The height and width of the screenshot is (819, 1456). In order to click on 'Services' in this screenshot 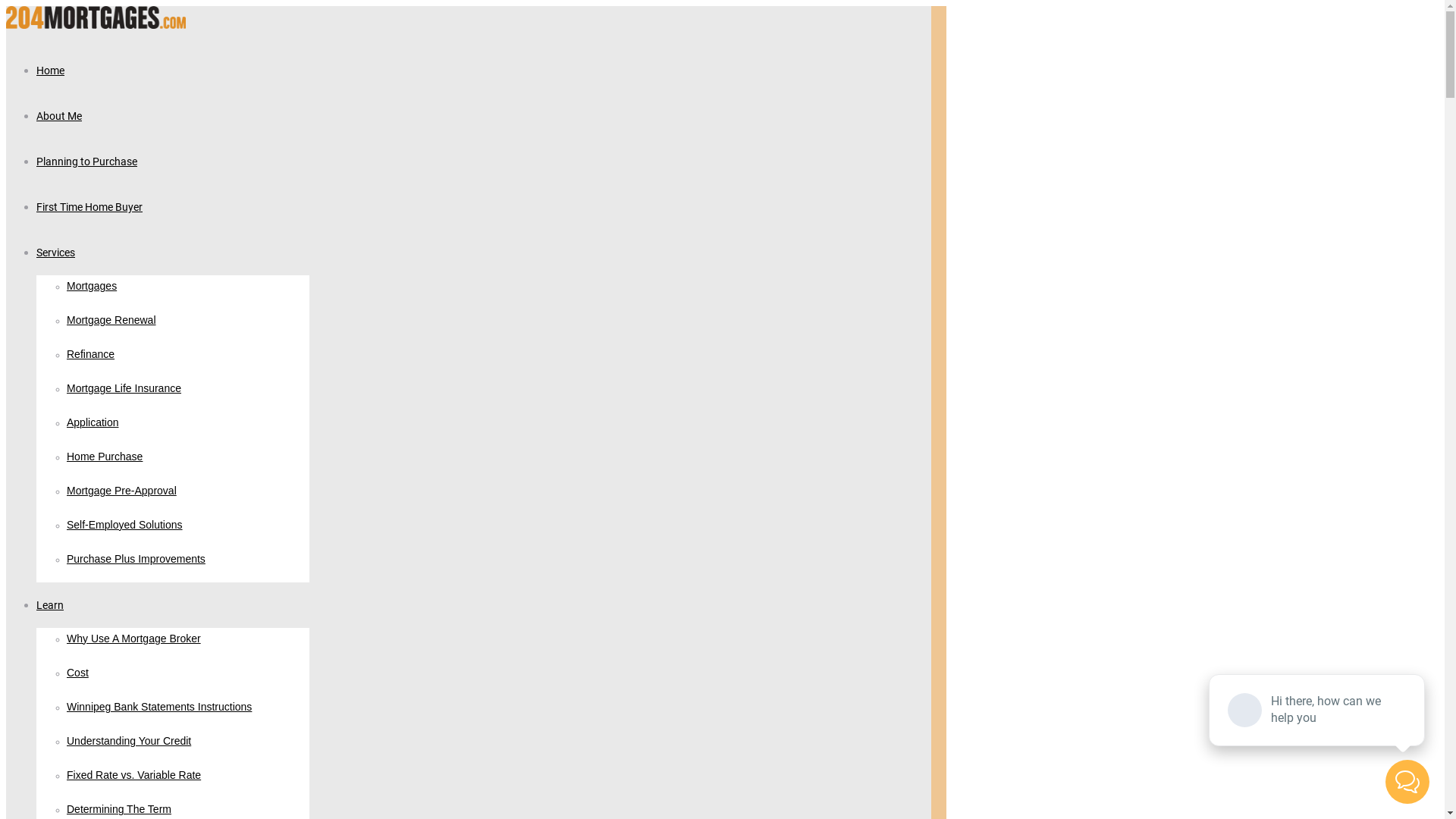, I will do `click(55, 251)`.